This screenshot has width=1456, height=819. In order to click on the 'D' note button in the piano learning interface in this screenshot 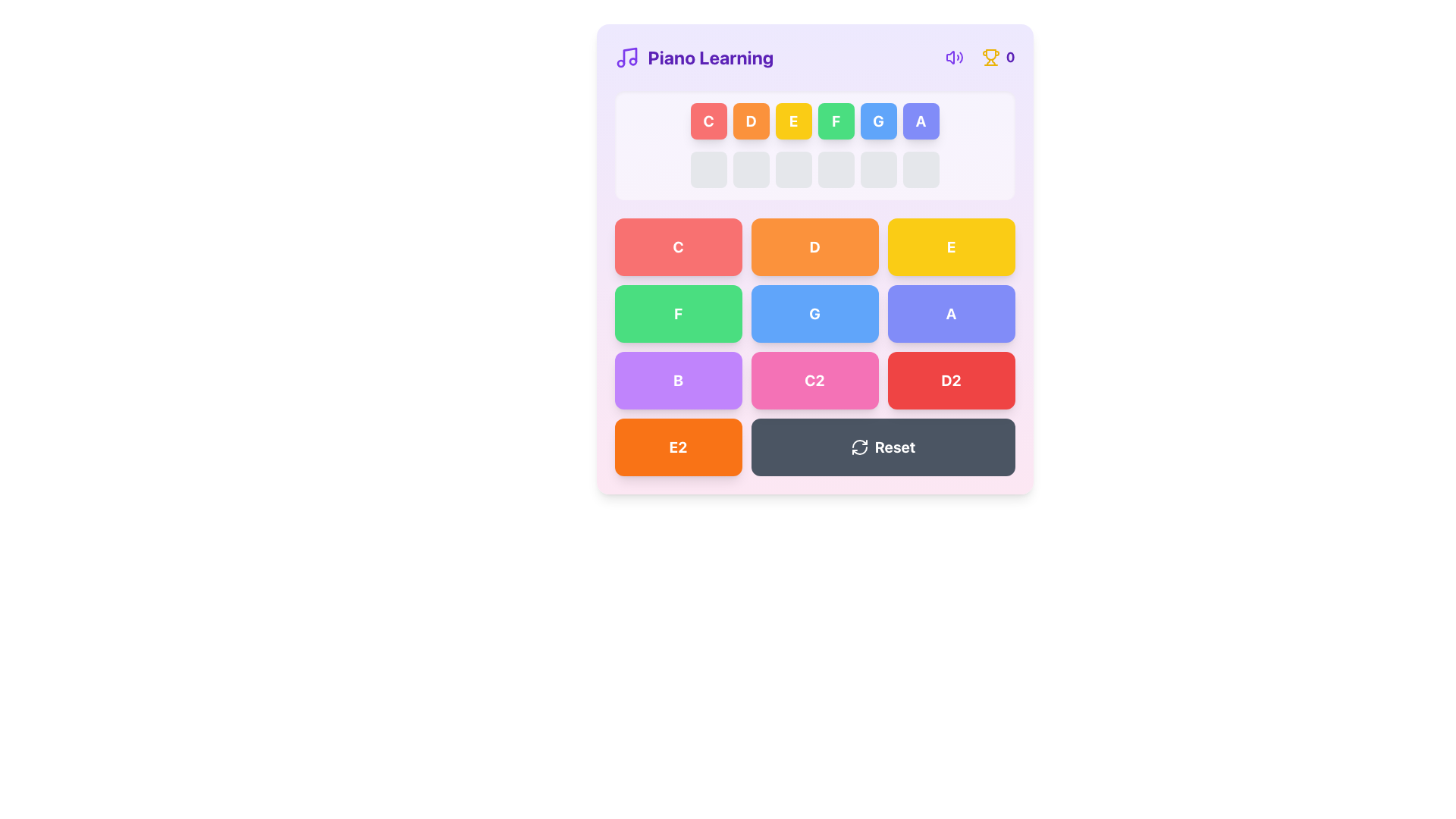, I will do `click(814, 246)`.